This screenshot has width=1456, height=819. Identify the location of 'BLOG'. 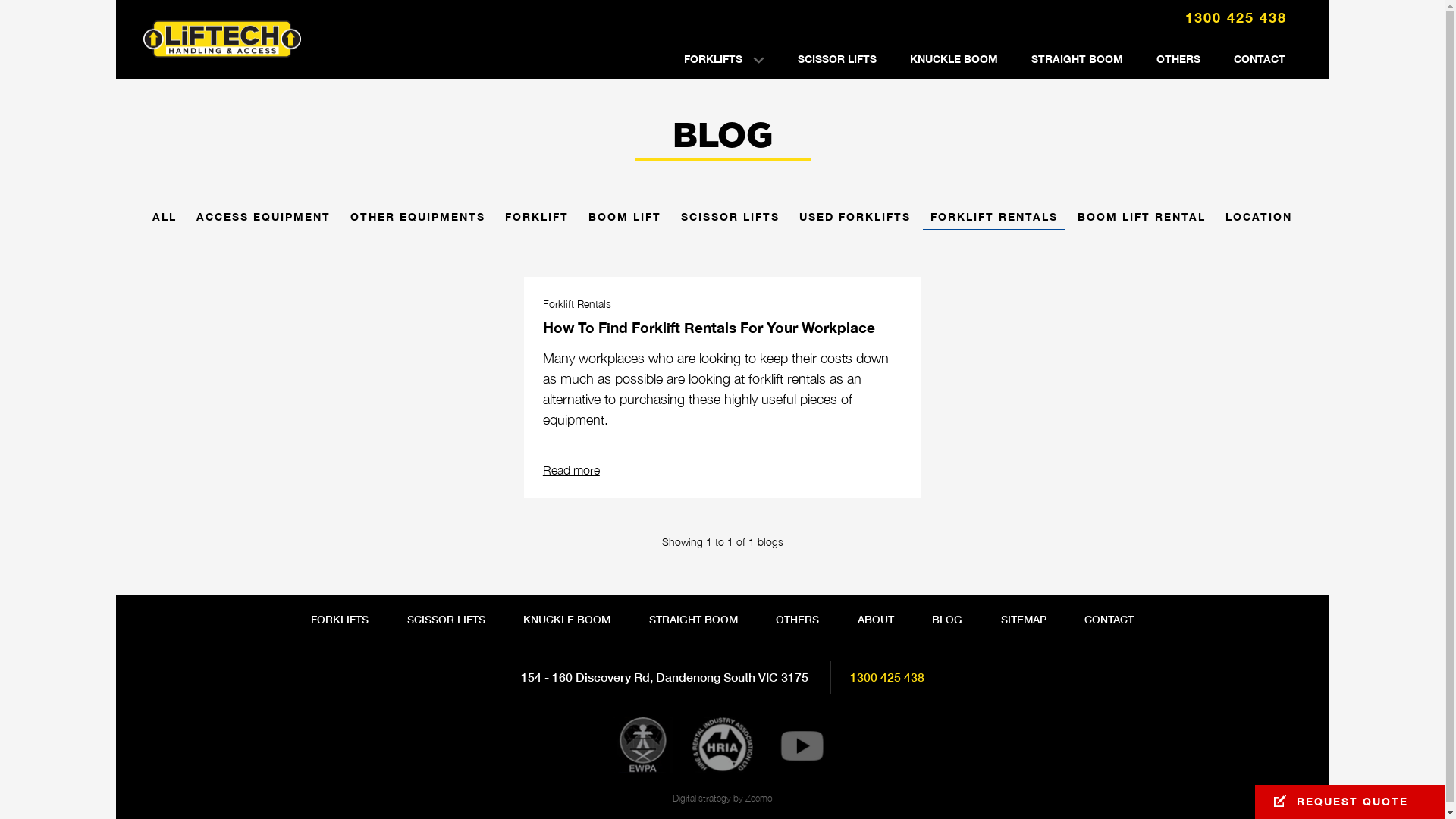
(946, 620).